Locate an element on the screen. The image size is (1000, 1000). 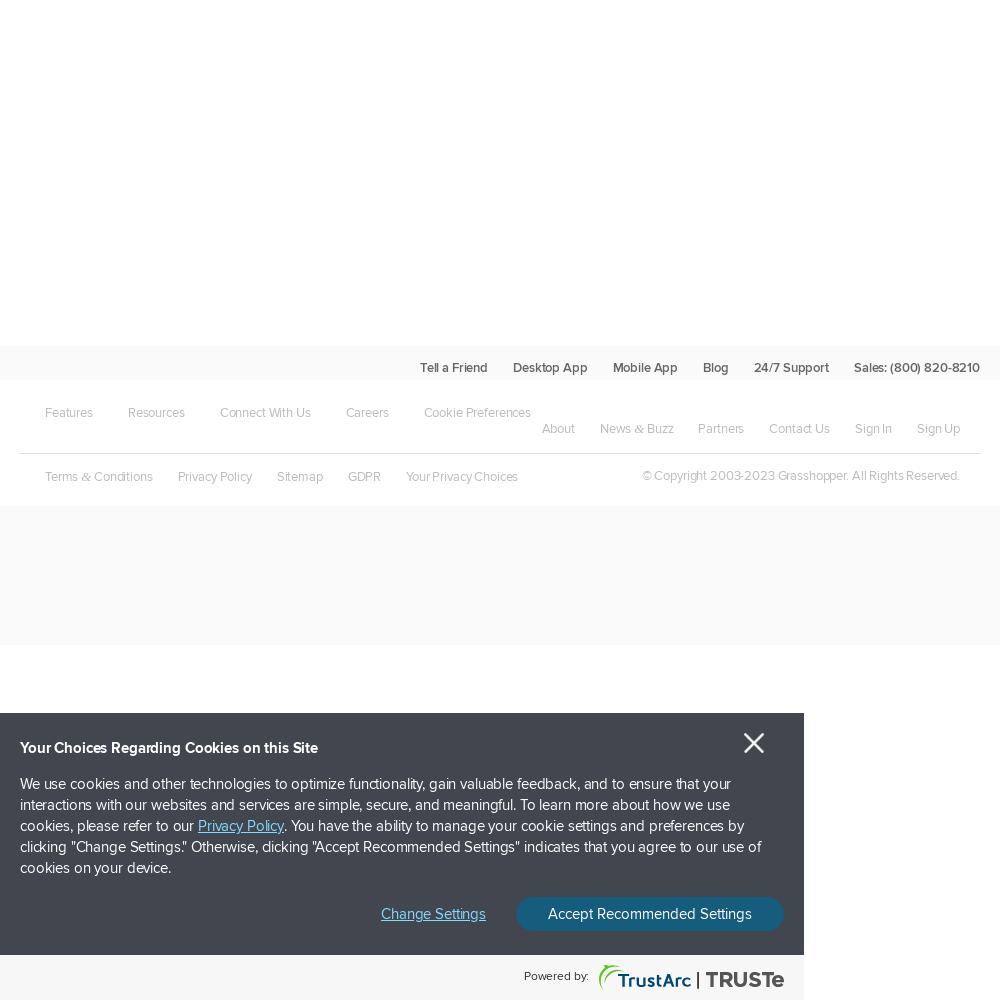
'Resources' is located at coordinates (155, 412).